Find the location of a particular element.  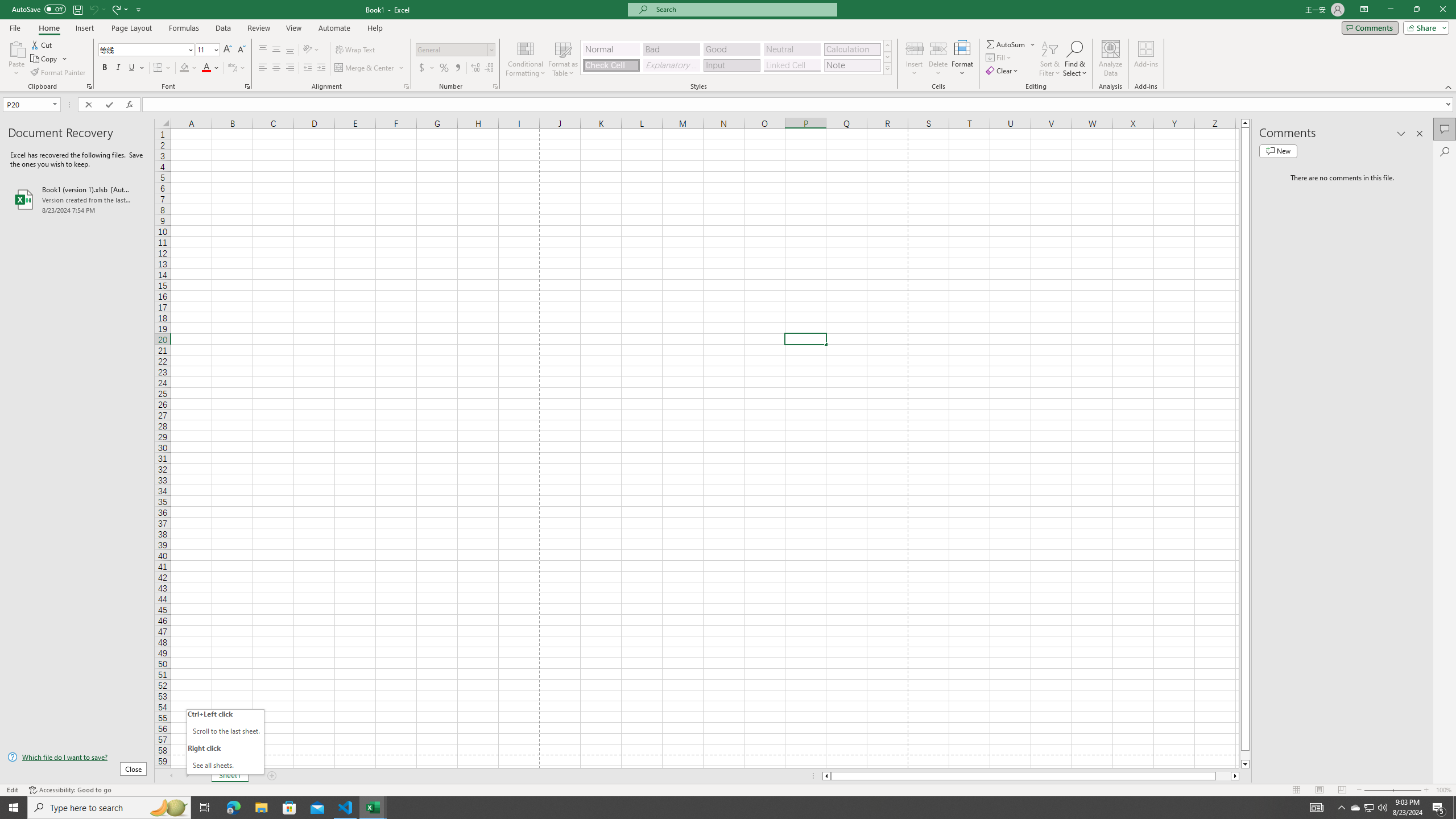

'Find & Select' is located at coordinates (1075, 59).